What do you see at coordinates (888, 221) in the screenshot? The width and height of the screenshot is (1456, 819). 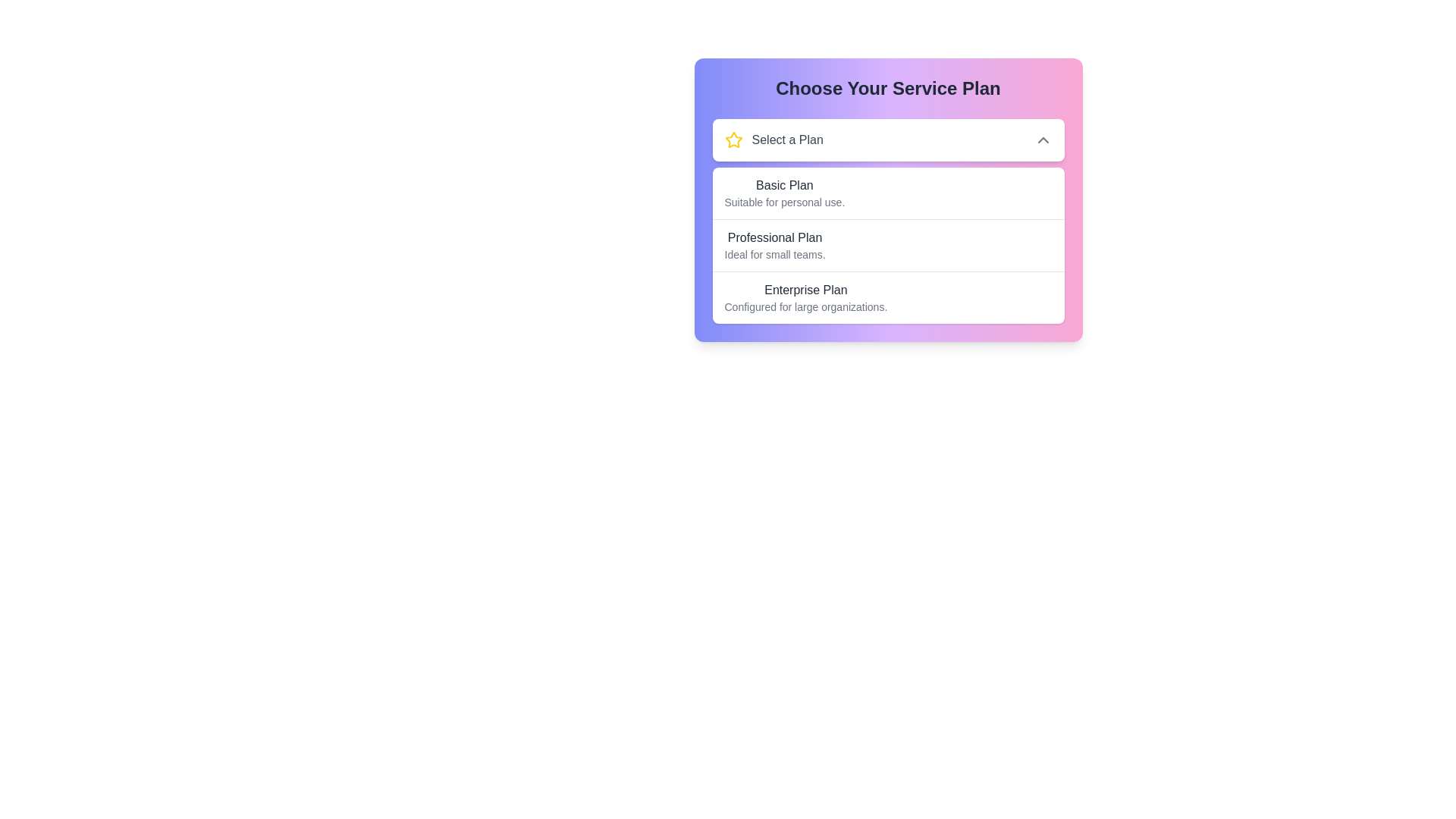 I see `the 'Professional Plan' list item, which is the second option in the service plan selection list located under the section titled 'Choose Your Service Plan'` at bounding box center [888, 221].